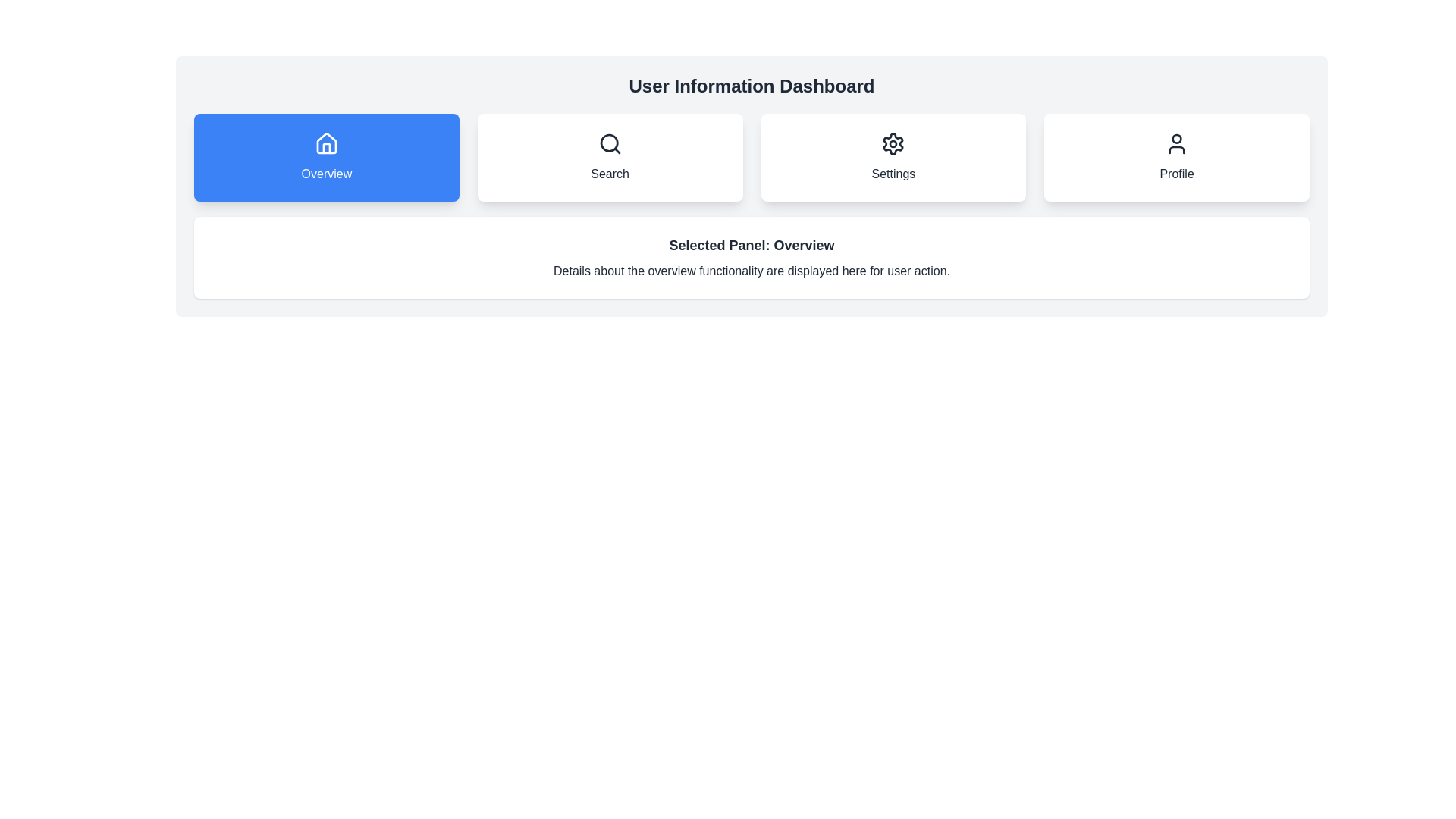 This screenshot has width=1456, height=819. I want to click on label 'Profile' located in the lower center area of the fourth button in a horizontal group of navigation buttons, which signifies the user profile section, so click(1176, 174).